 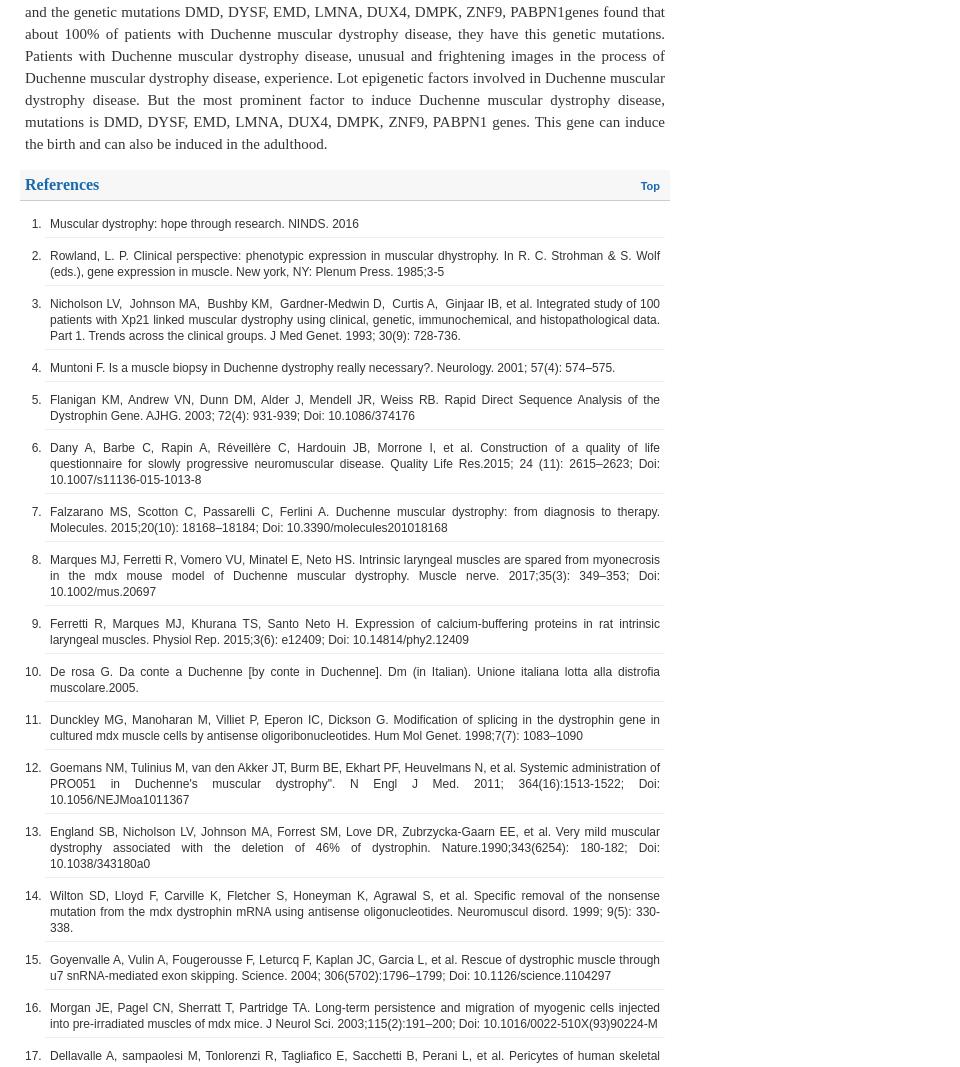 What do you see at coordinates (355, 967) in the screenshot?
I see `'Goyenvalle A, Vulin  A, Fougerousse F, Leturcq F, Kaplan JC, Garcia L, et al. Rescue  of dystrophic muscle through u7 snRNA-mediated exon skipping. Science. 2004; 306(5702):1796–1799;  Doi: 10.1126/science.1104297'` at bounding box center [355, 967].